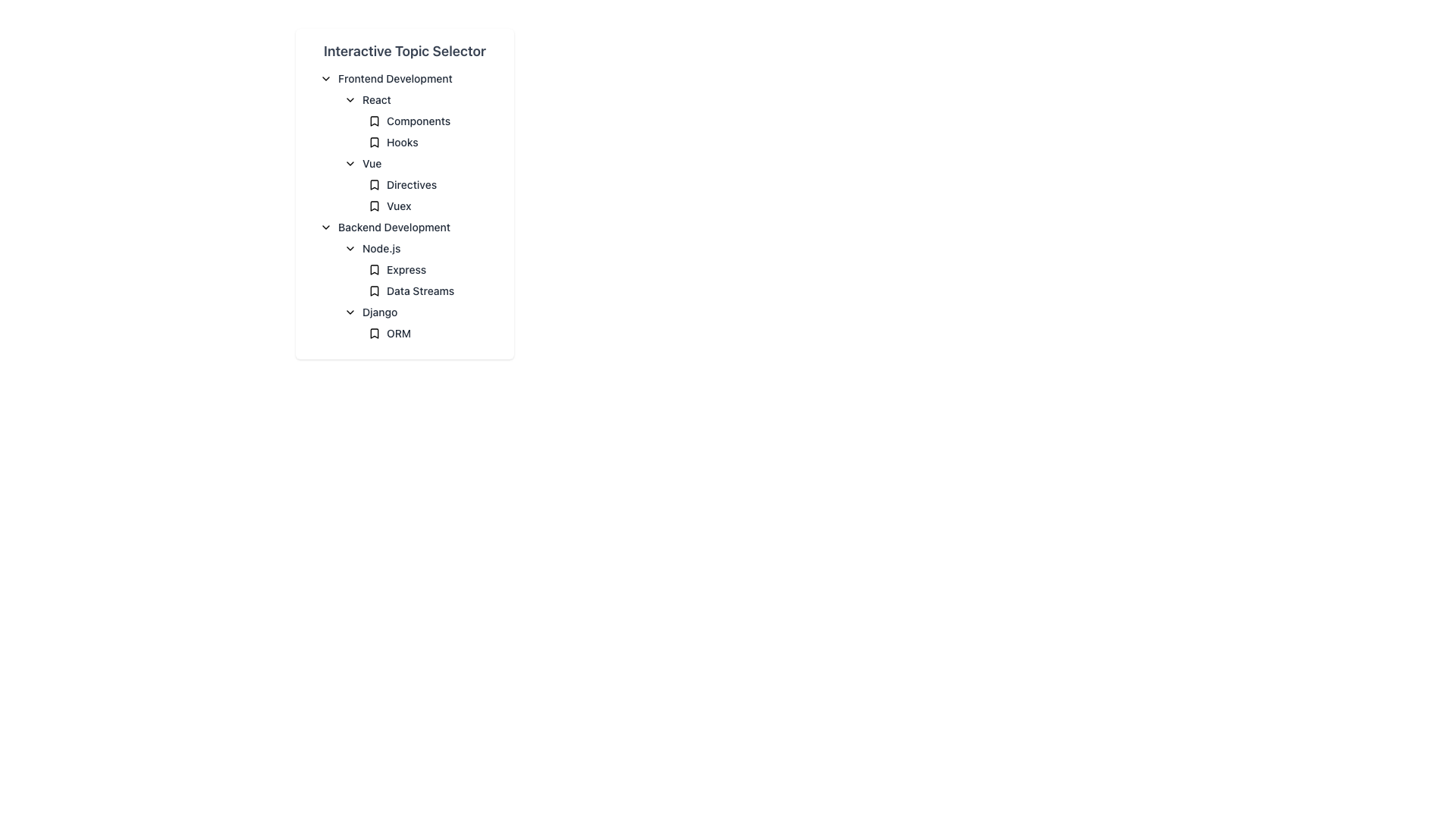  What do you see at coordinates (325, 227) in the screenshot?
I see `the downward-pointing chevron icon beside the text 'Backend Development'` at bounding box center [325, 227].